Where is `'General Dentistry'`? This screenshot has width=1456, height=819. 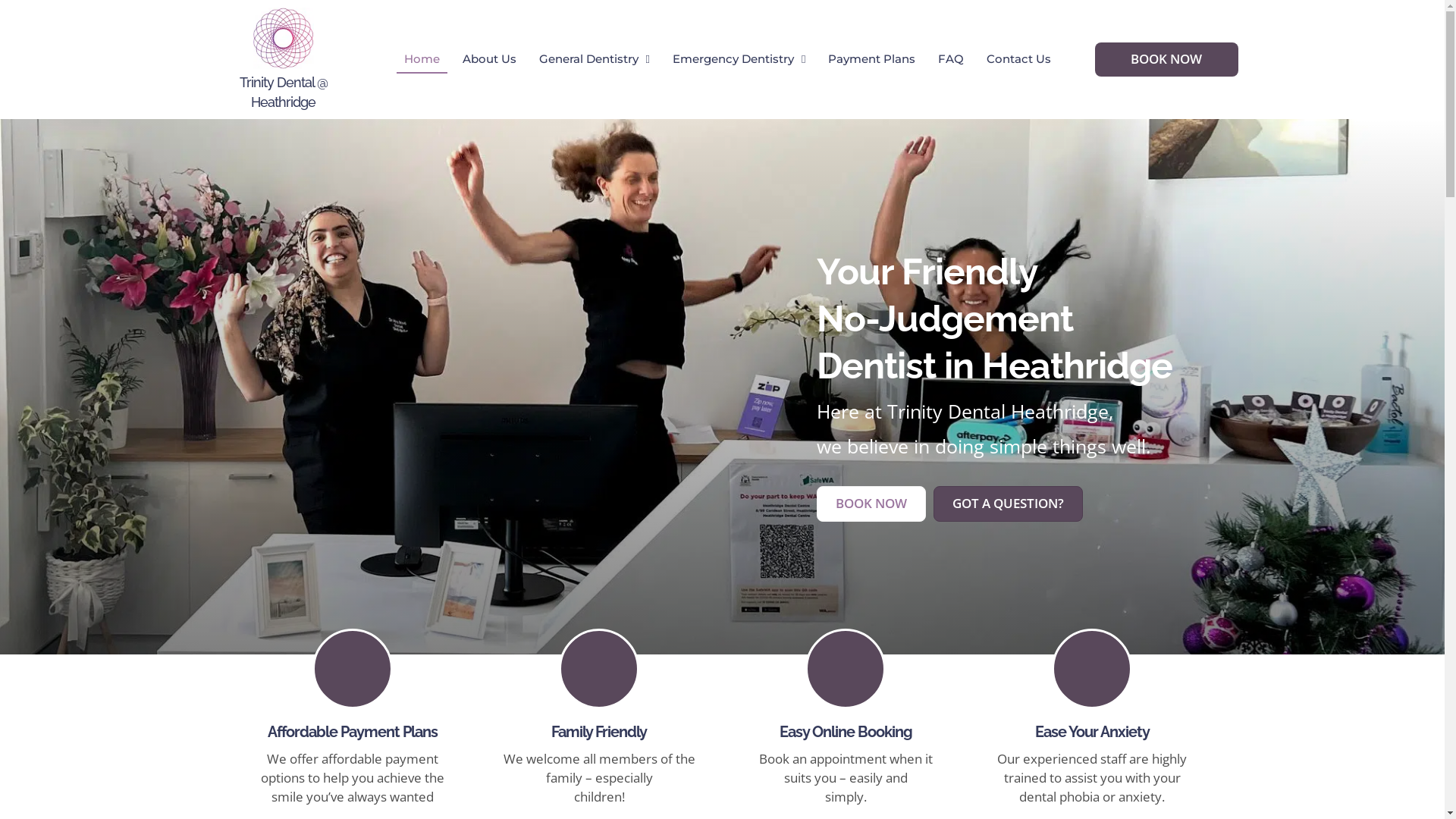 'General Dentistry' is located at coordinates (593, 58).